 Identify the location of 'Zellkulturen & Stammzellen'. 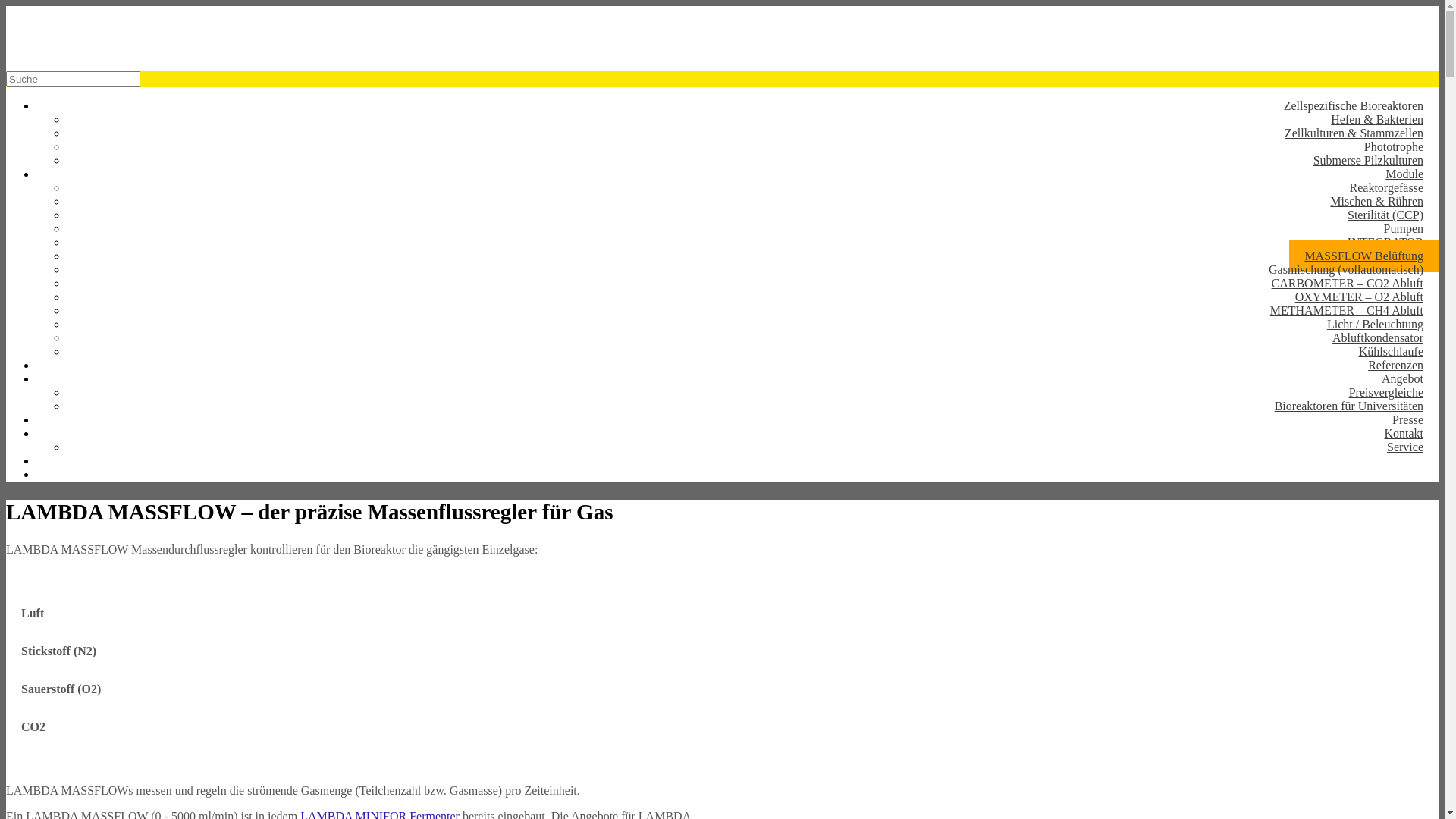
(1354, 132).